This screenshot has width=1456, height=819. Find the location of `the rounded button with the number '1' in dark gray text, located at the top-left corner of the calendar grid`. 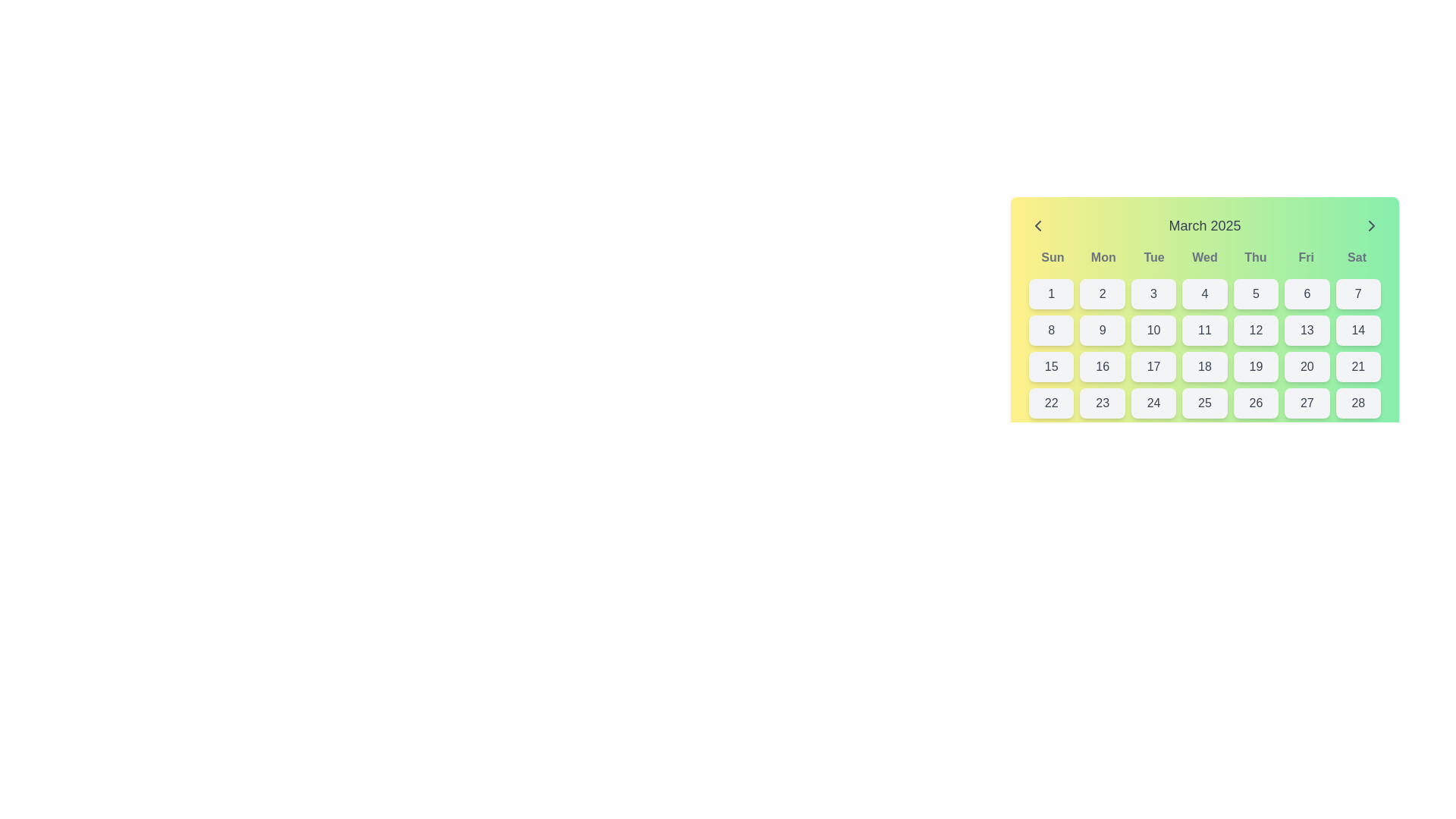

the rounded button with the number '1' in dark gray text, located at the top-left corner of the calendar grid is located at coordinates (1050, 294).